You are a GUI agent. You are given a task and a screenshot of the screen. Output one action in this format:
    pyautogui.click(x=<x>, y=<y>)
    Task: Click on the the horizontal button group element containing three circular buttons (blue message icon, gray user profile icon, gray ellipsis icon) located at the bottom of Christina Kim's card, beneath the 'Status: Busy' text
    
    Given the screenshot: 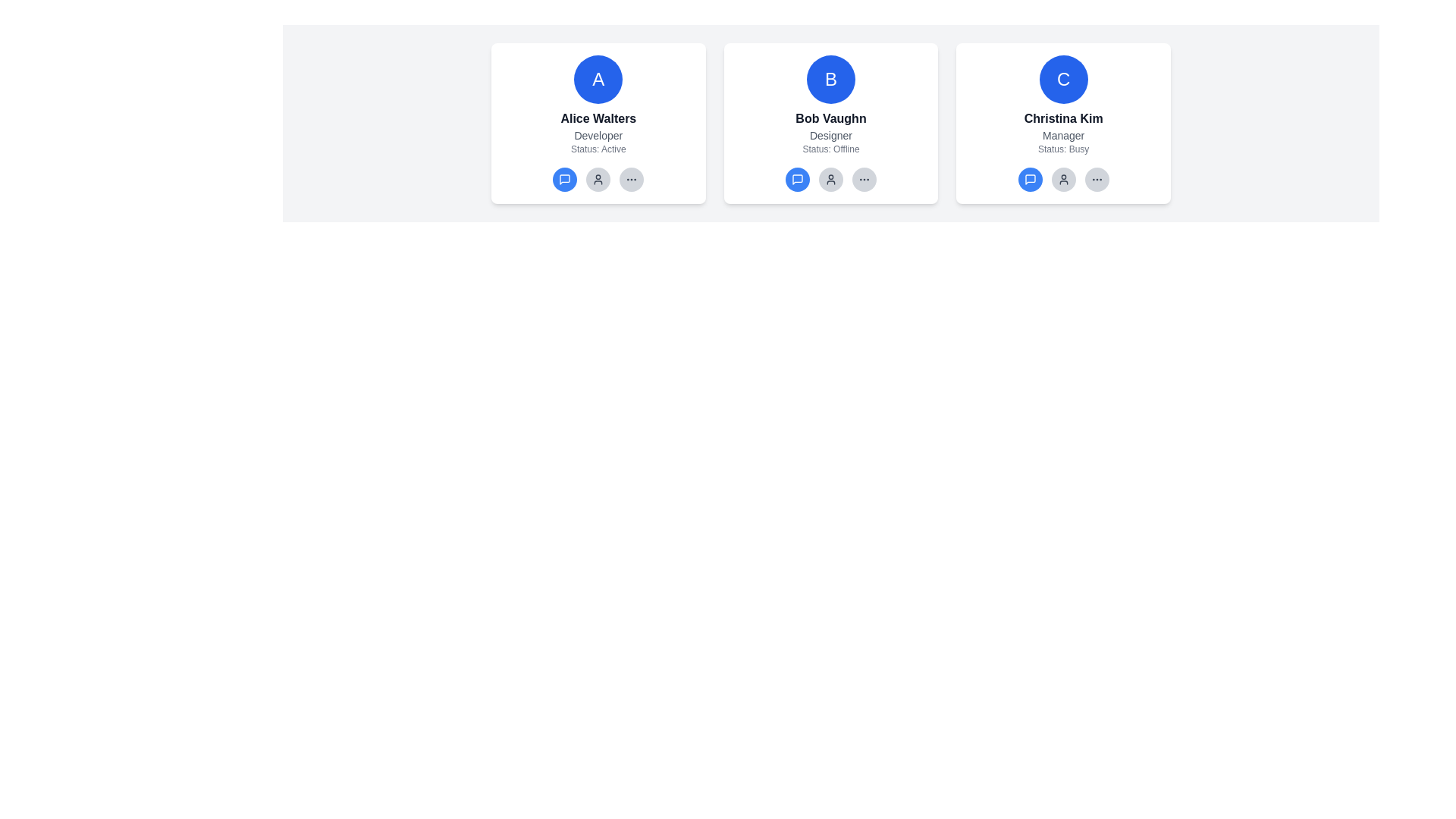 What is the action you would take?
    pyautogui.click(x=1062, y=178)
    